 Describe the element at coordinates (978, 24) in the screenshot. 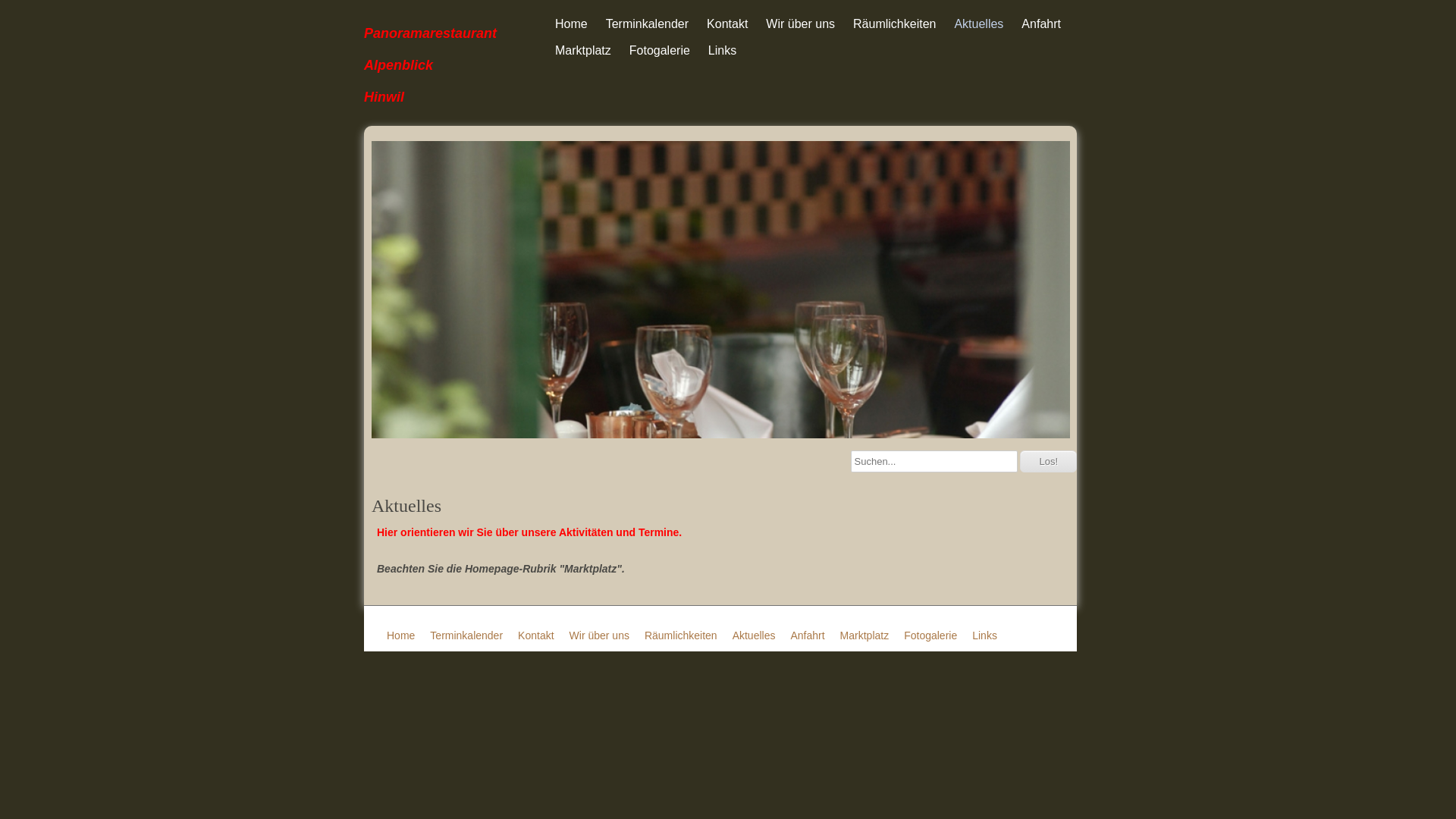

I see `'Aktuelles'` at that location.